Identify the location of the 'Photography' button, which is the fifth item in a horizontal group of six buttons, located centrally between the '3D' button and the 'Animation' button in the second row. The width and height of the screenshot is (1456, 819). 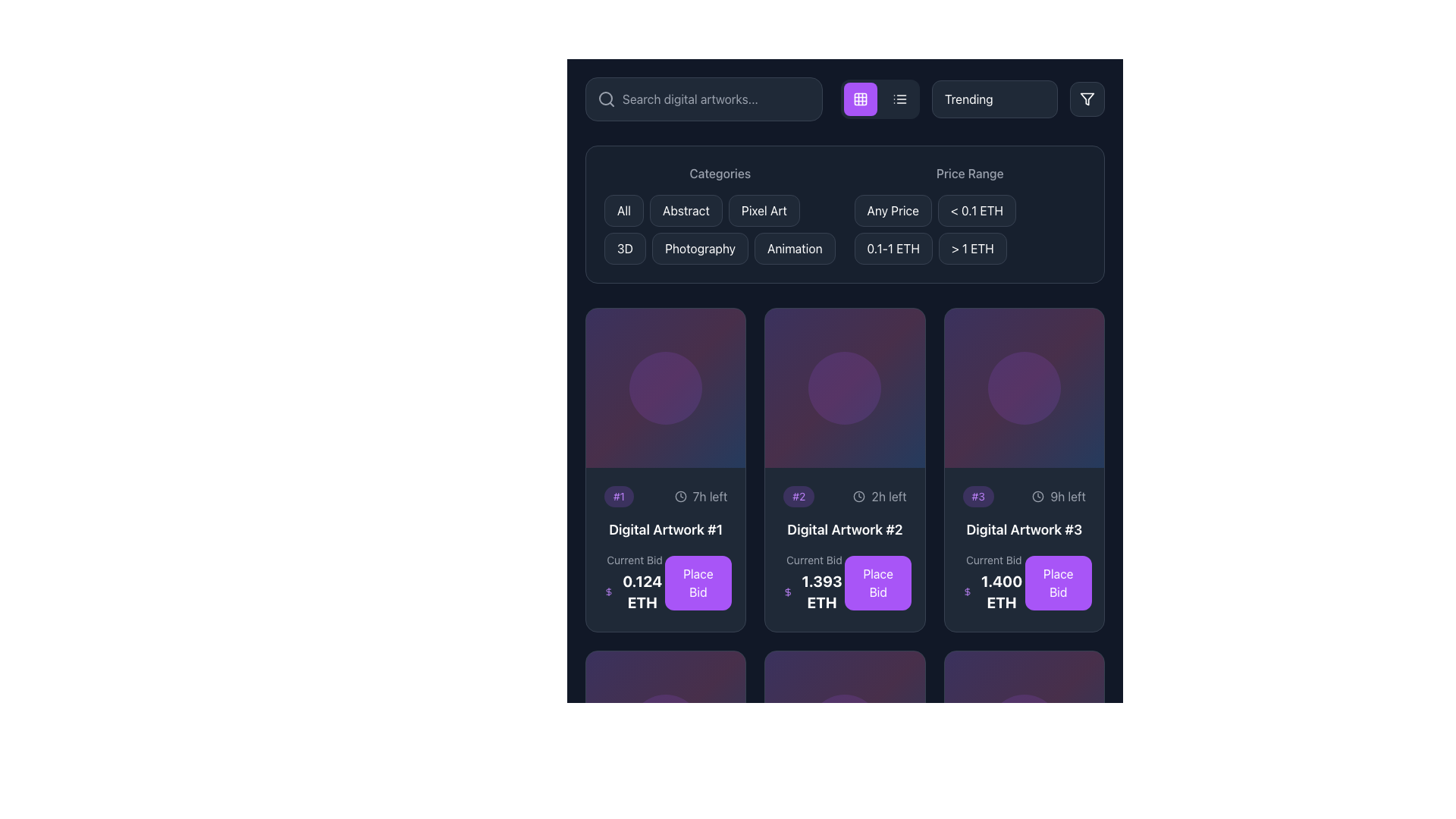
(699, 247).